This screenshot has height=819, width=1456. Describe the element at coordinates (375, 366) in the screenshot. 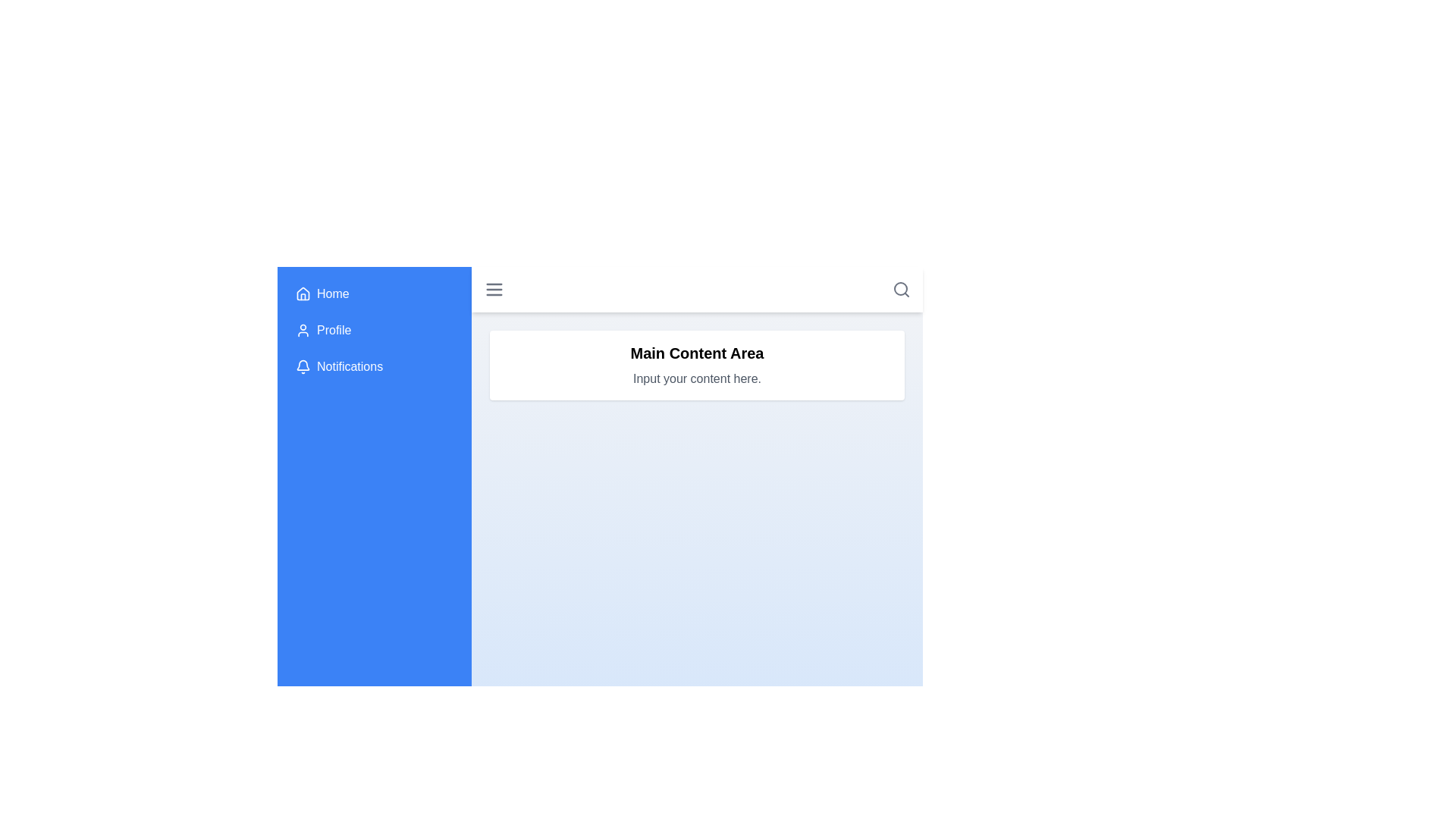

I see `the 'Notifications' entry in the sidebar to access the Notifications section` at that location.